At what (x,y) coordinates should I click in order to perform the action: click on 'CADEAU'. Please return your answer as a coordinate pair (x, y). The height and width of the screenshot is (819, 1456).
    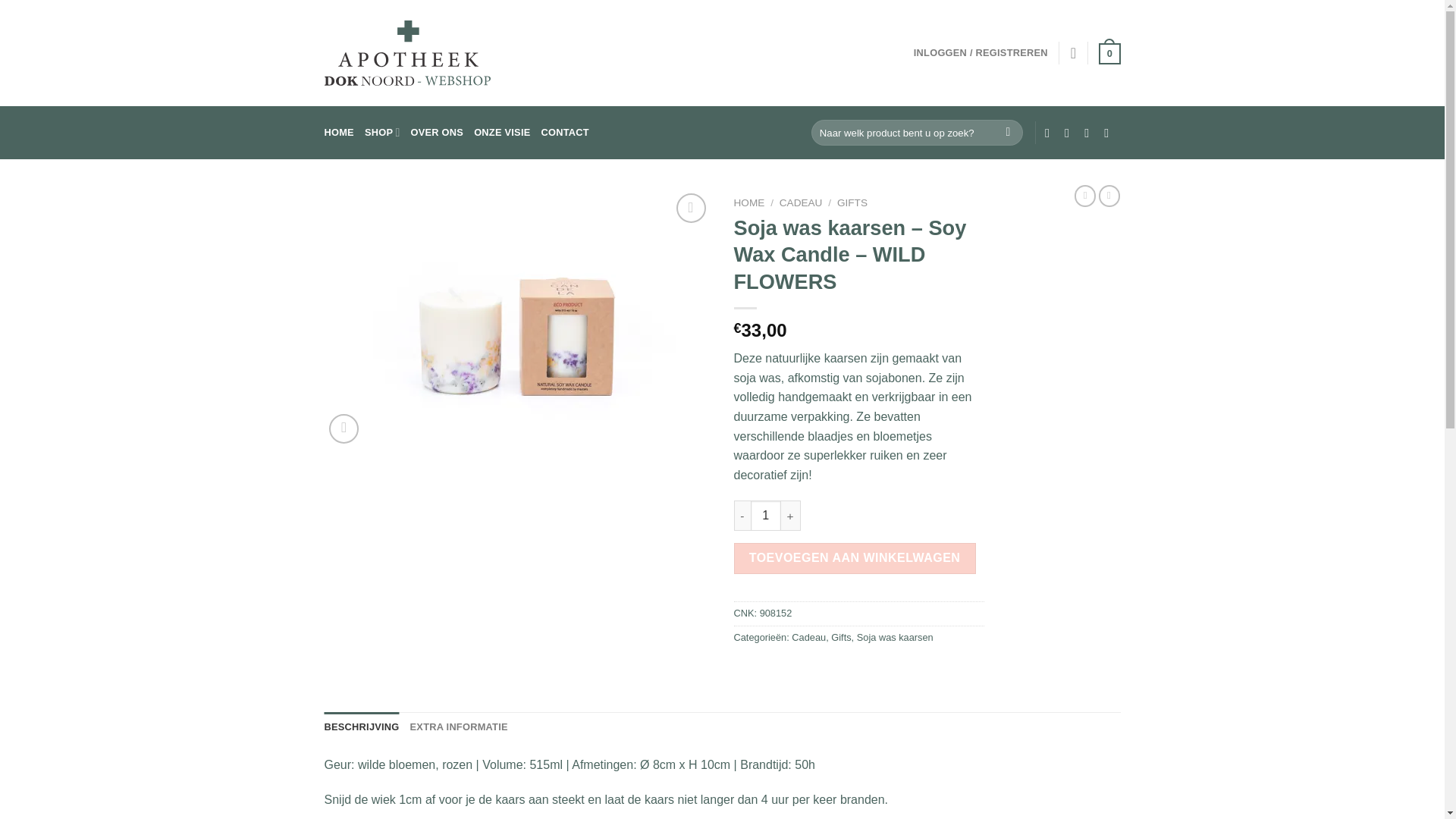
    Looking at the image, I should click on (800, 202).